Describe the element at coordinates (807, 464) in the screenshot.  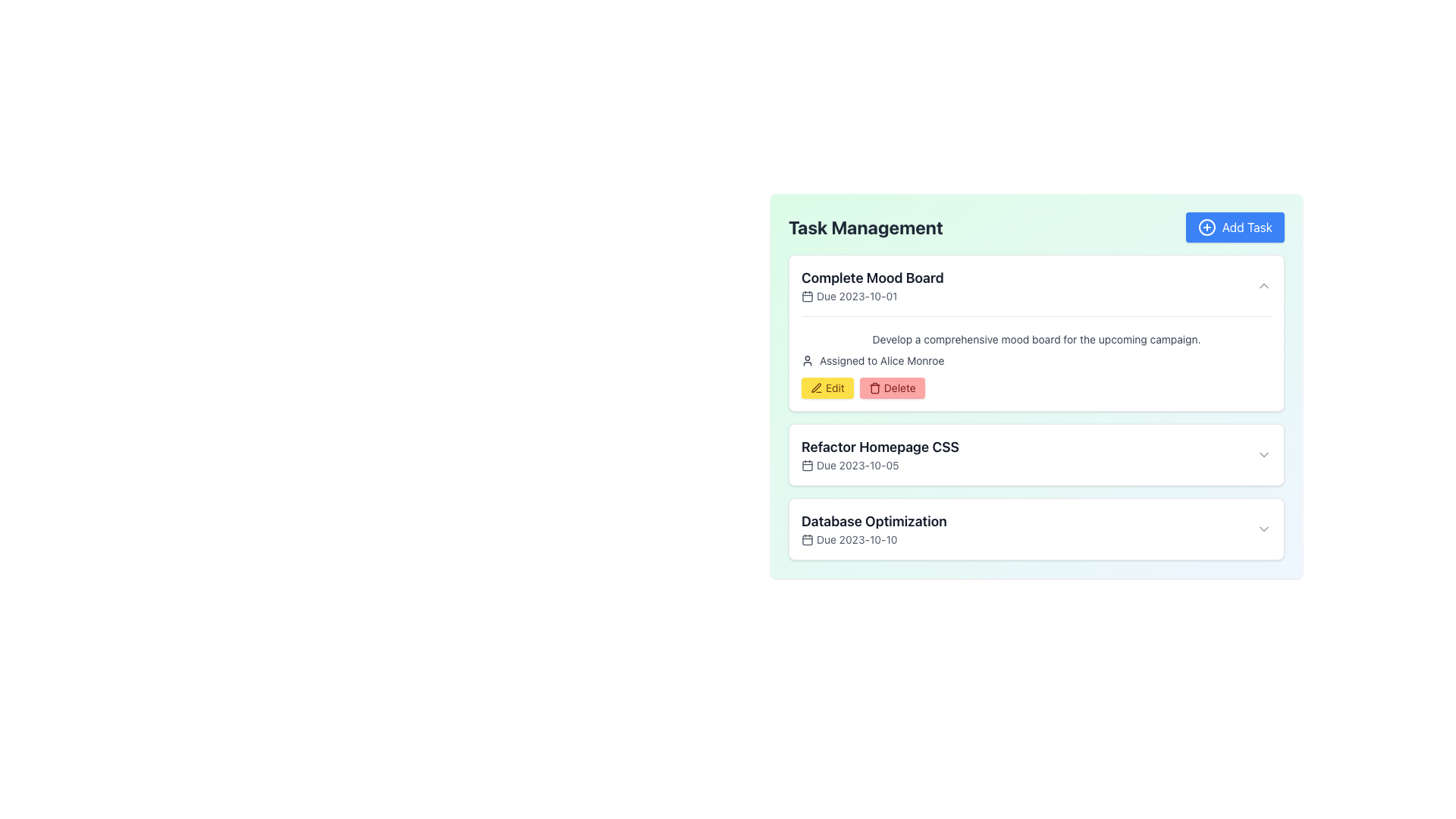
I see `the calendar icon, which is a monochromatic icon with a stroke outline and rounded corners, located to the left of the text 'Due 2023-10-05' in the task labeled 'Refactor Homepage CSS'` at that location.